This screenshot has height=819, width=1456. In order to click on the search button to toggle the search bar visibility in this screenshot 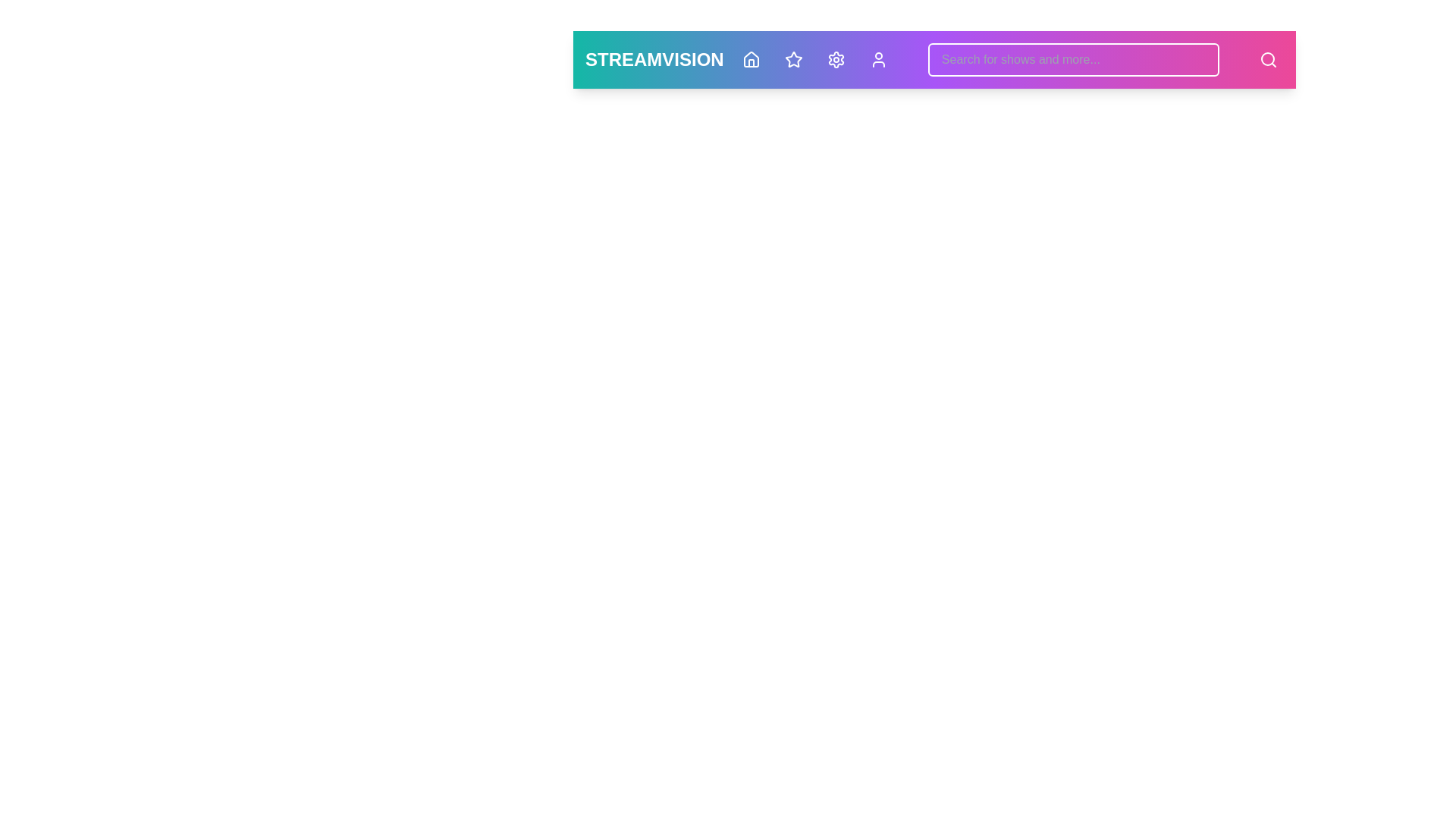, I will do `click(1269, 58)`.